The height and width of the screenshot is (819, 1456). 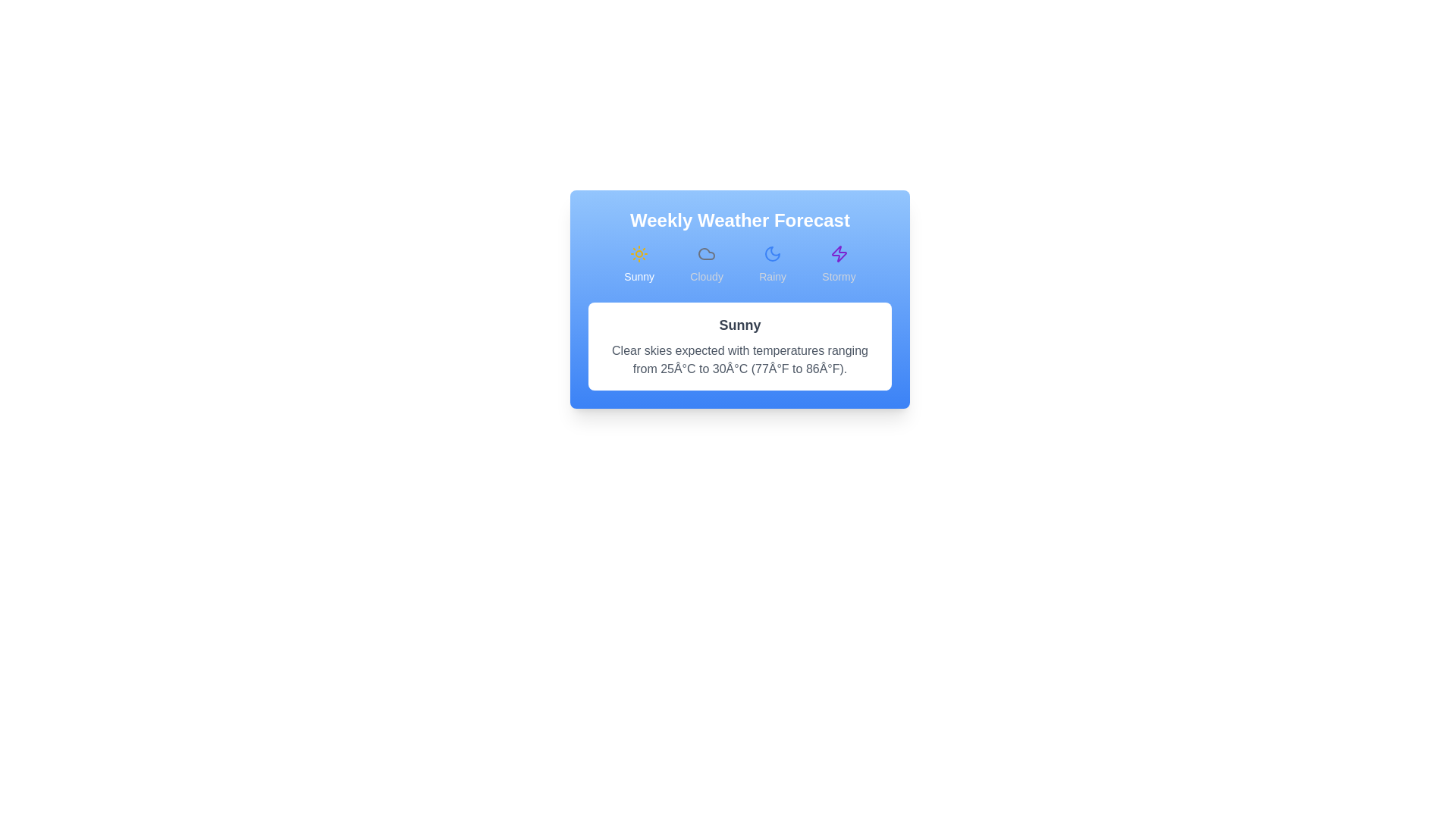 I want to click on the Sunny forecast tab by clicking on its button, so click(x=639, y=263).